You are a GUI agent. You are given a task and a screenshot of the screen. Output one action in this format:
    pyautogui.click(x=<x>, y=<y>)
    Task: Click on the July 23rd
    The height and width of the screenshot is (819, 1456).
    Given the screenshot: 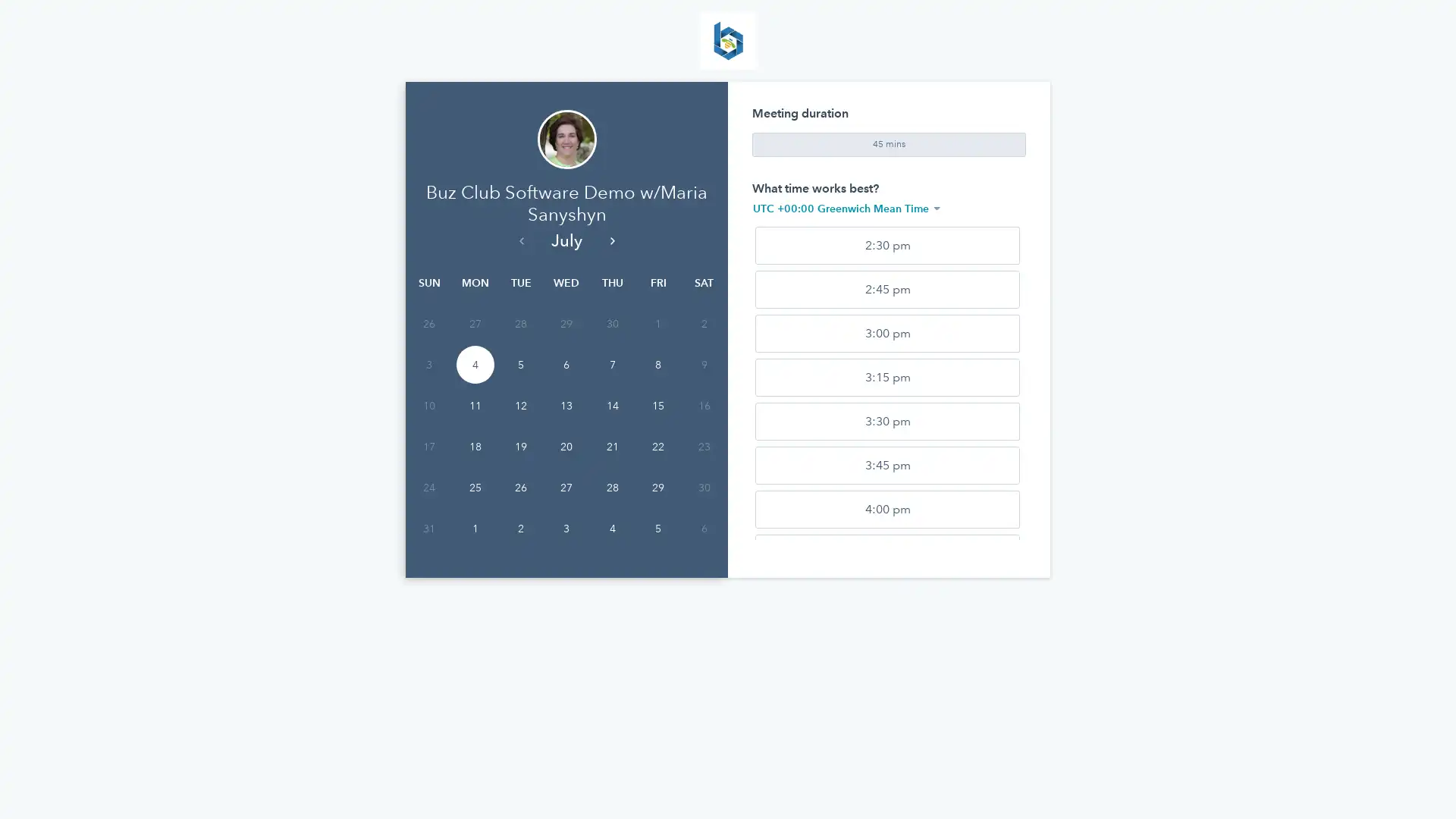 What is the action you would take?
    pyautogui.click(x=702, y=446)
    